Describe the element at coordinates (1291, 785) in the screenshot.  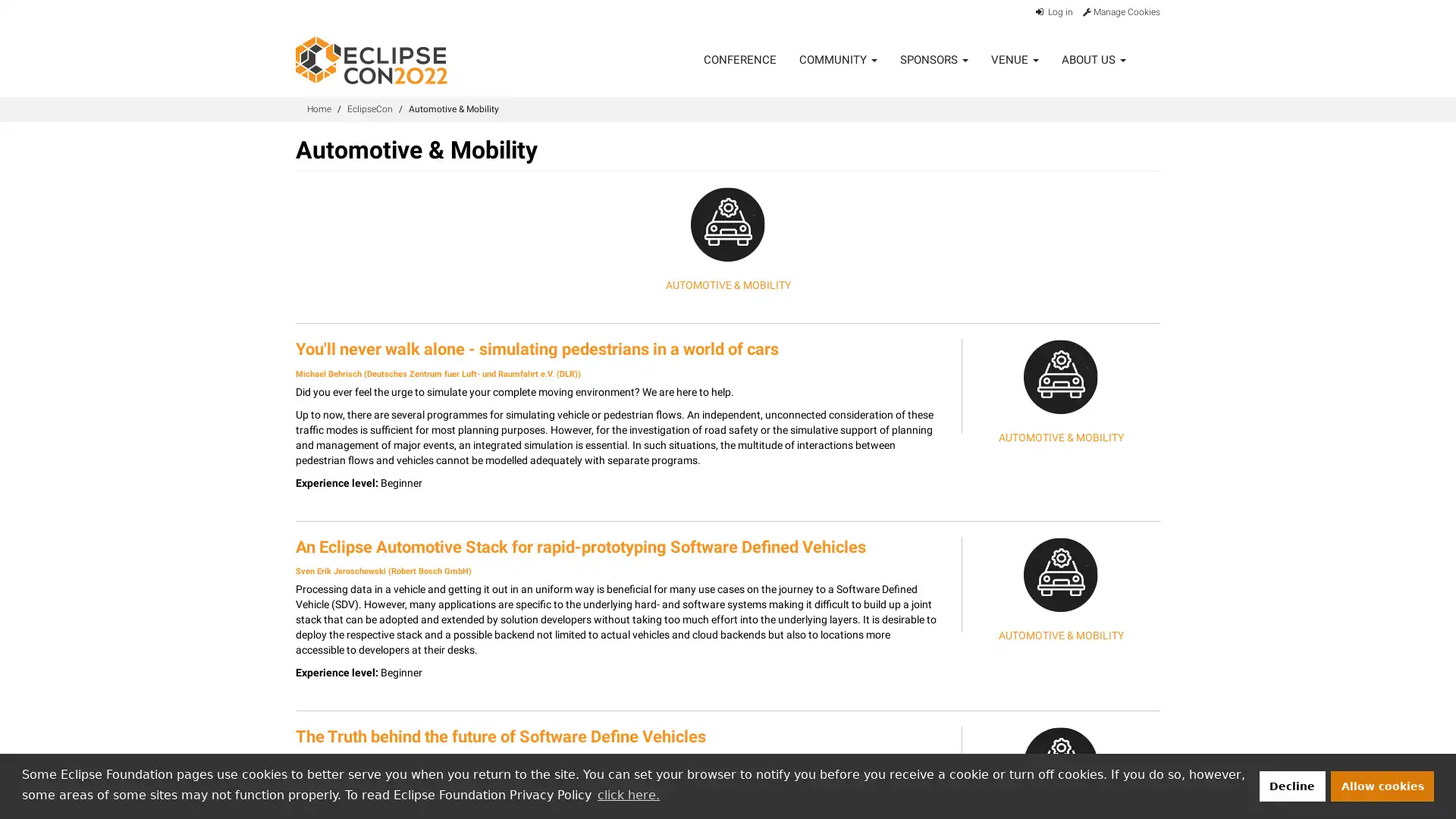
I see `deny cookies` at that location.